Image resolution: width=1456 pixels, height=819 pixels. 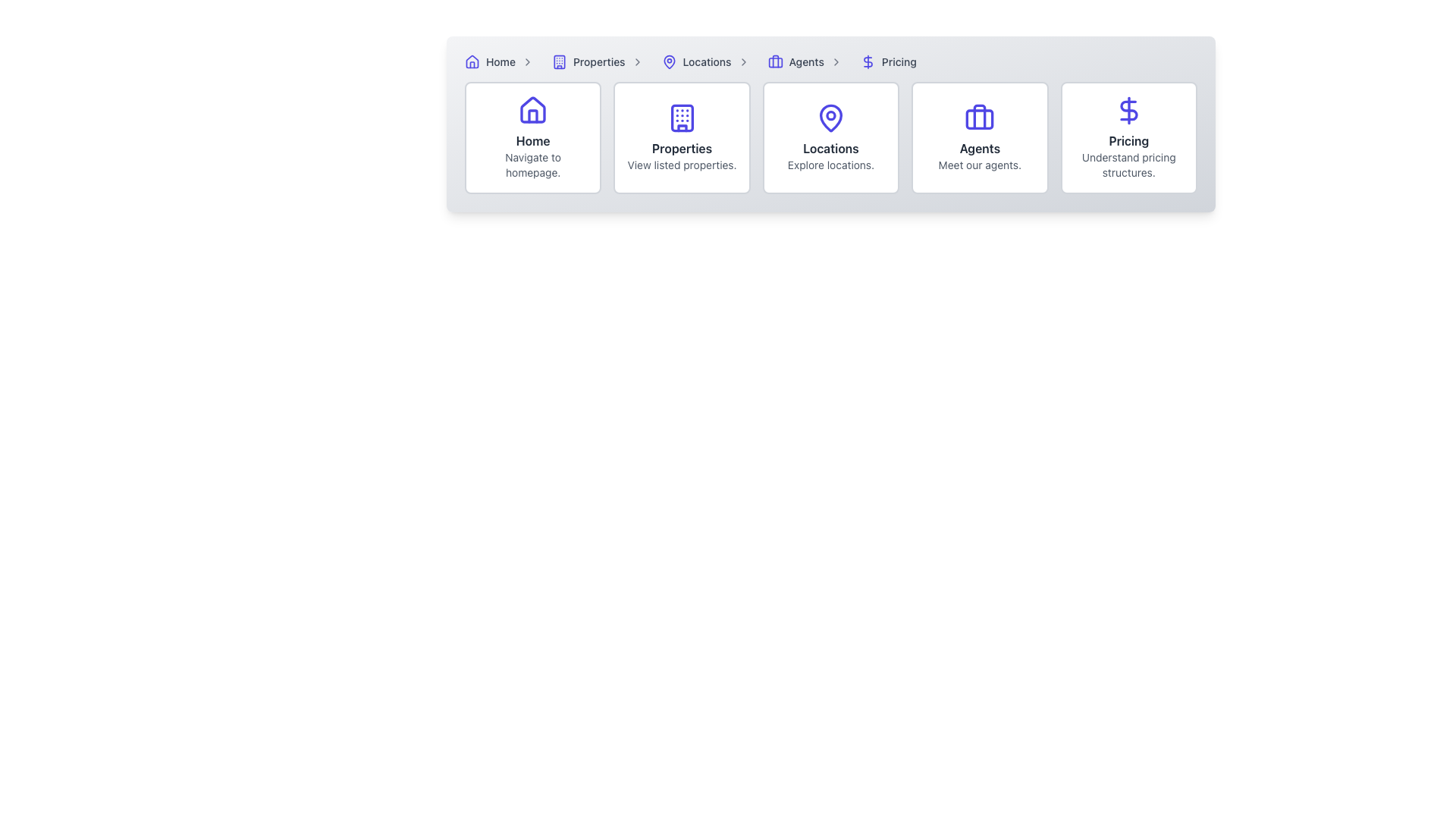 What do you see at coordinates (835, 61) in the screenshot?
I see `the breadcrumb navigation icon located to the right of the 'Agents' link` at bounding box center [835, 61].